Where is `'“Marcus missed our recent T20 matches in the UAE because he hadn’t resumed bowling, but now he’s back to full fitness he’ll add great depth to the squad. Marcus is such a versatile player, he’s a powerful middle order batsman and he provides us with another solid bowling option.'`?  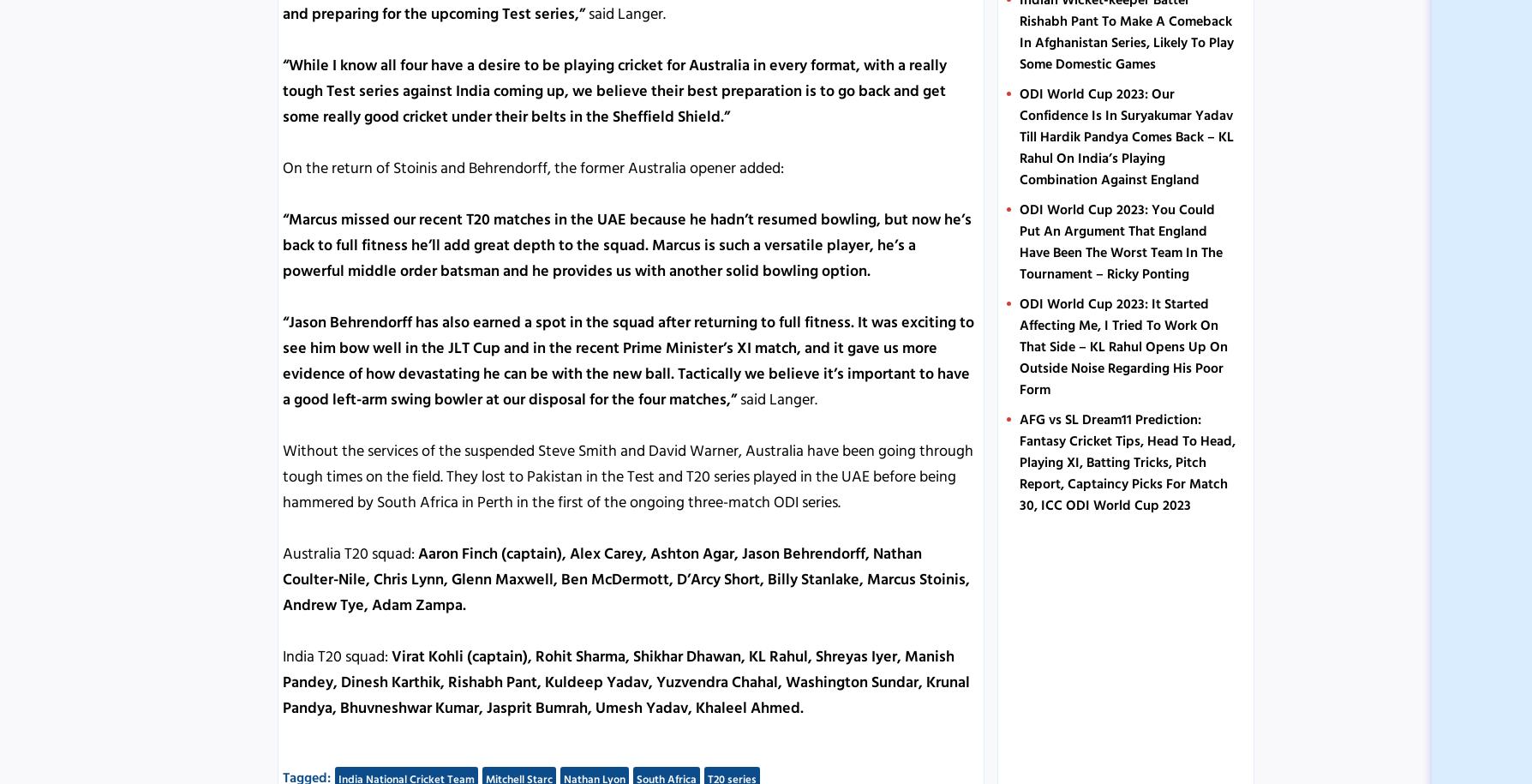
'“Marcus missed our recent T20 matches in the UAE because he hadn’t resumed bowling, but now he’s back to full fitness he’ll add great depth to the squad. Marcus is such a versatile player, he’s a powerful middle order batsman and he provides us with another solid bowling option.' is located at coordinates (282, 243).